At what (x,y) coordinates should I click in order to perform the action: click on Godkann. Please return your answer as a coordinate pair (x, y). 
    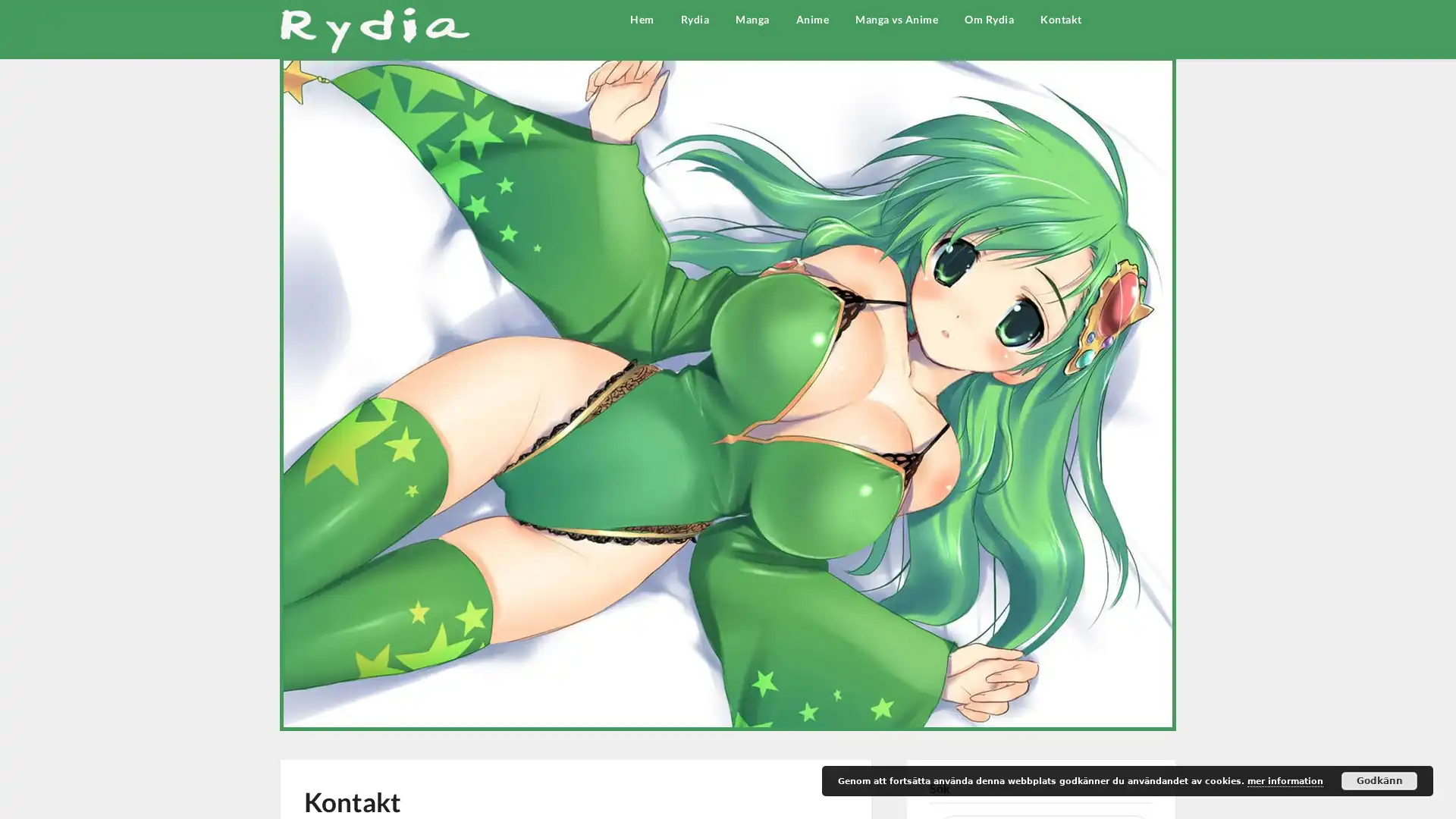
    Looking at the image, I should click on (1379, 780).